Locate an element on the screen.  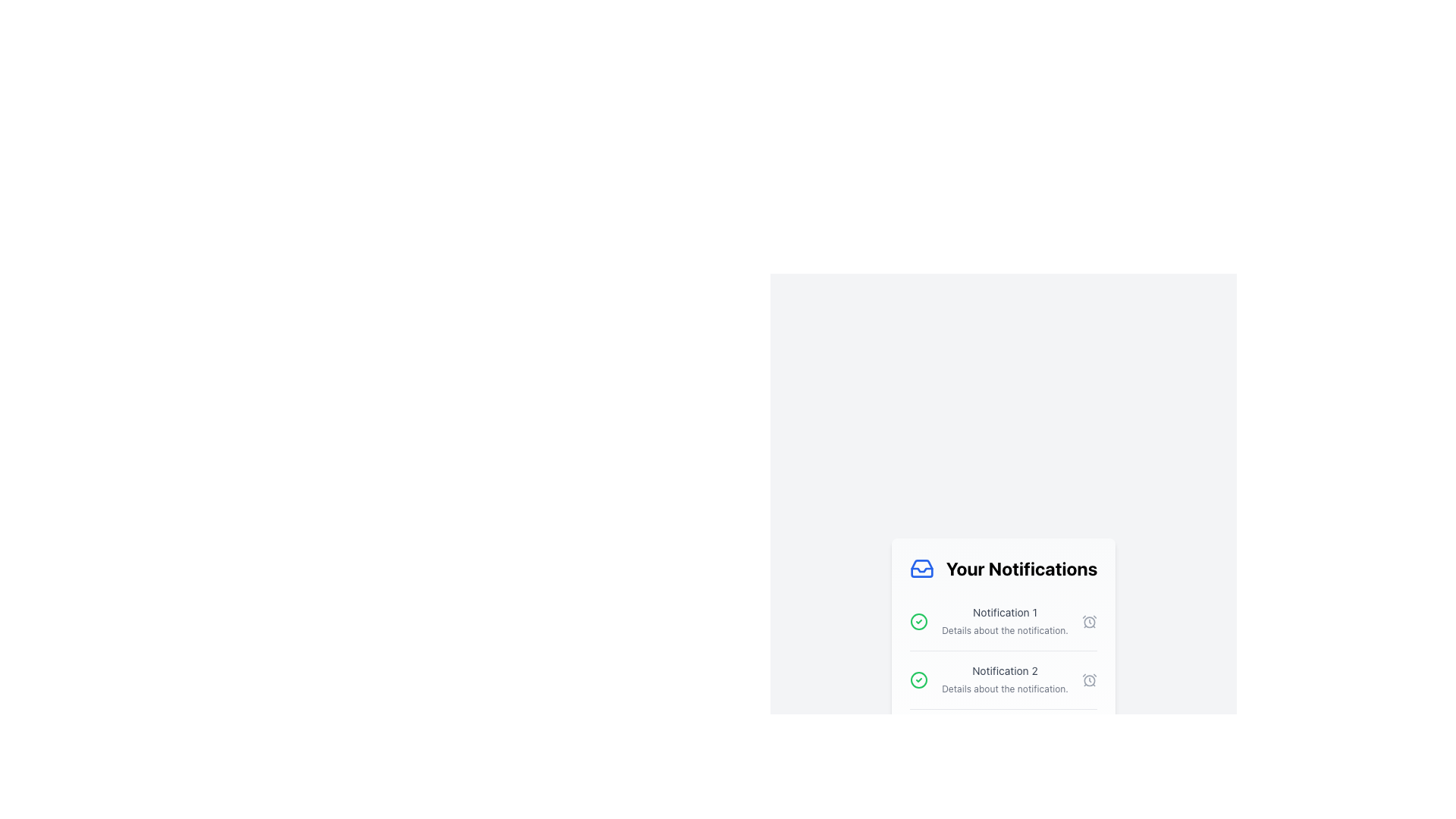
the green circular Status Indicator Icon with a check mark, which is located to the left of the text 'Details about the notification' in 'Notification 2' is located at coordinates (918, 679).